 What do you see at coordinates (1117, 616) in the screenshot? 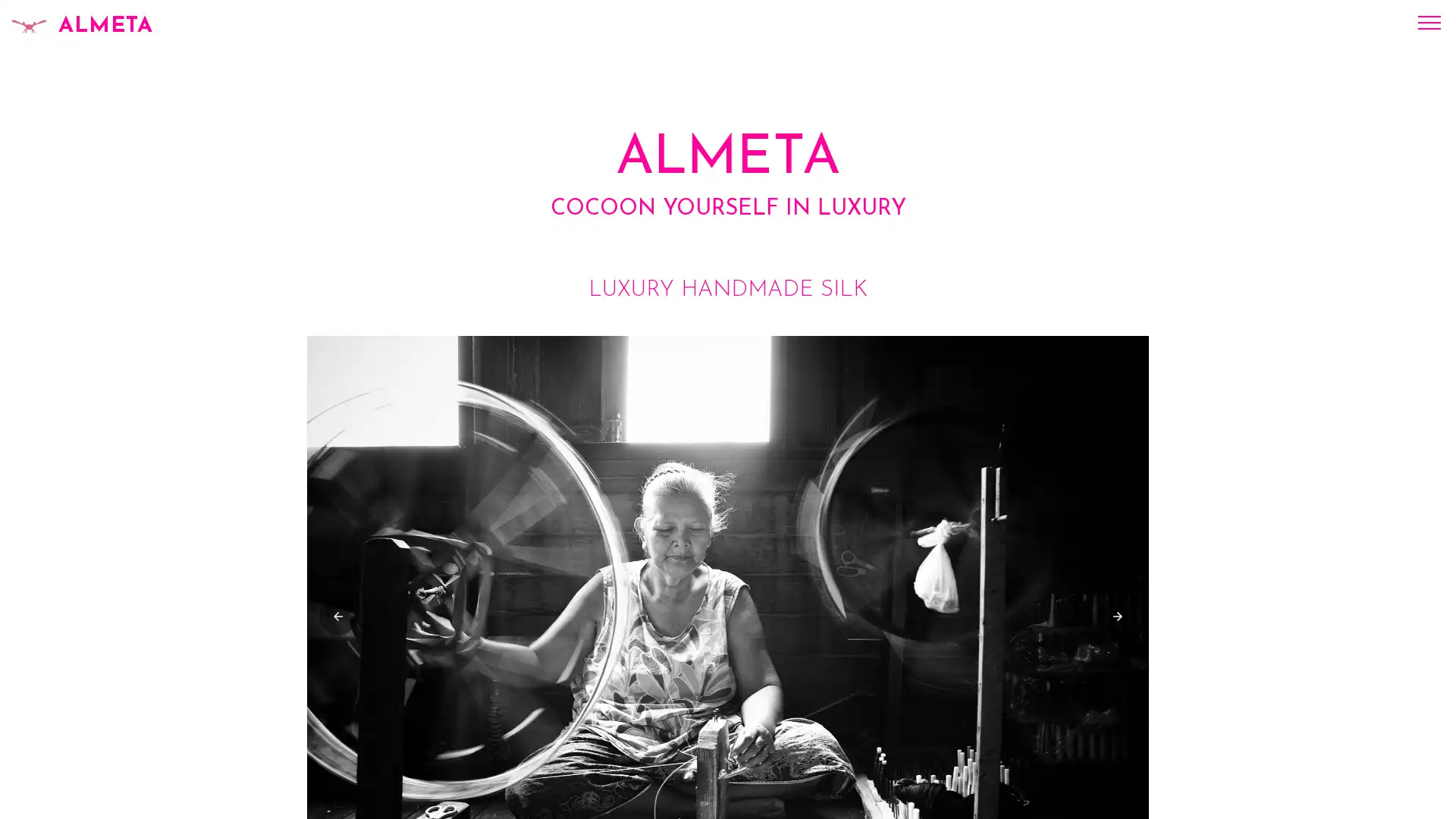
I see `Next item in carousel (1 of 4)` at bounding box center [1117, 616].